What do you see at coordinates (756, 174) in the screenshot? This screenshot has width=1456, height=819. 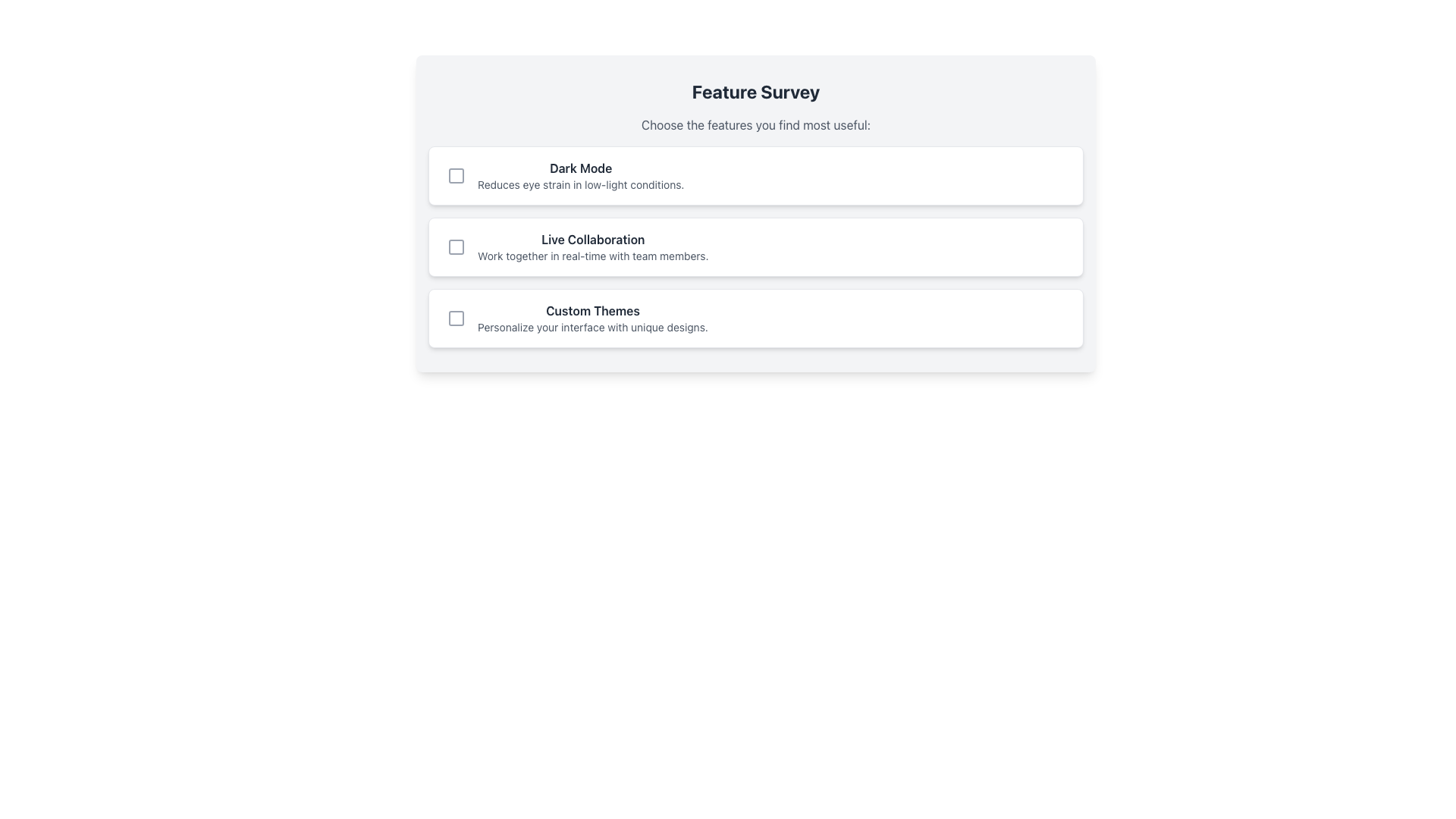 I see `the checkbox labeled 'Dark Mode'` at bounding box center [756, 174].